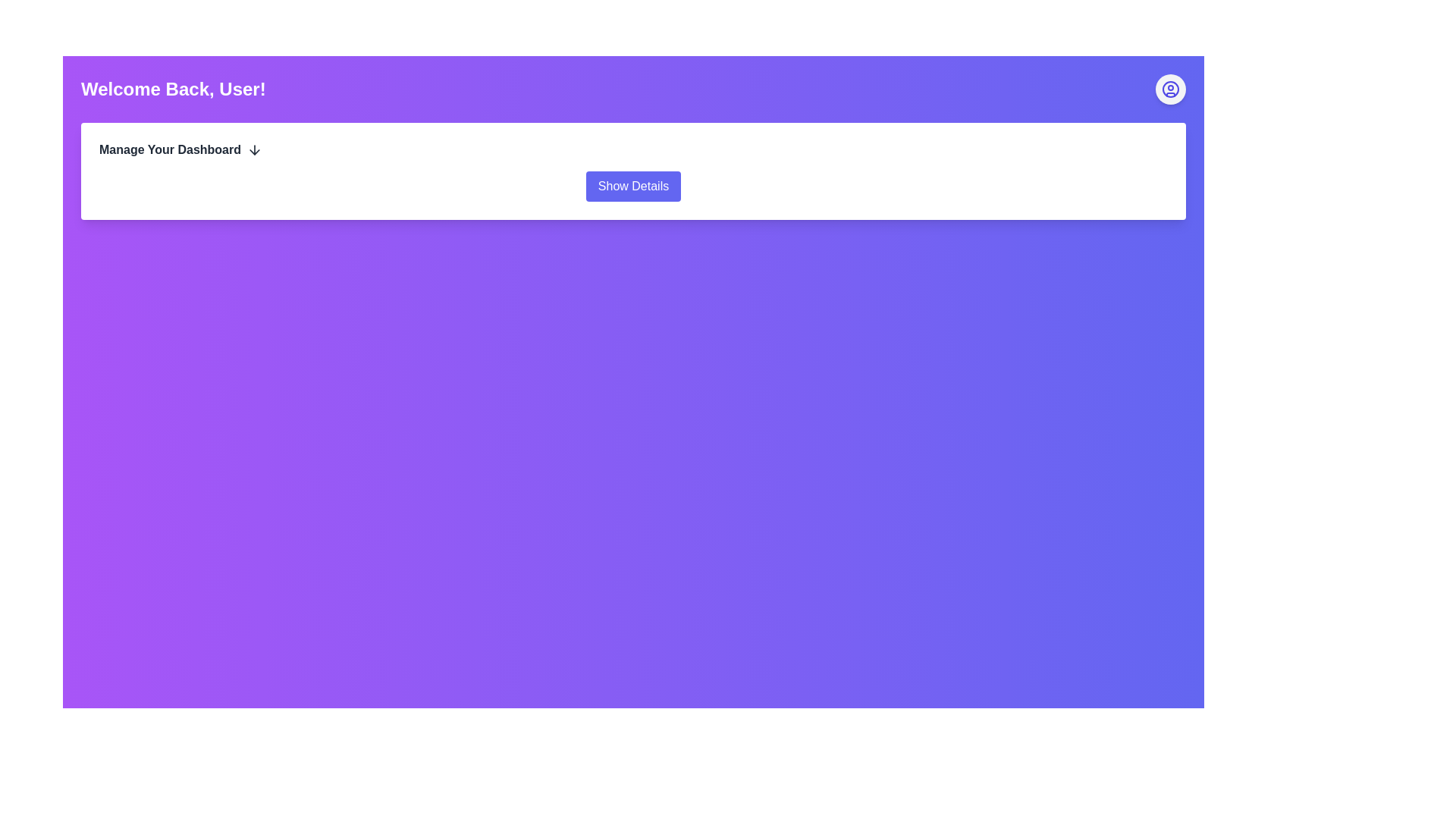 This screenshot has height=819, width=1456. Describe the element at coordinates (255, 149) in the screenshot. I see `the downward-pointing arrow icon located to the right of the text 'Manage Your Dashboard'` at that location.